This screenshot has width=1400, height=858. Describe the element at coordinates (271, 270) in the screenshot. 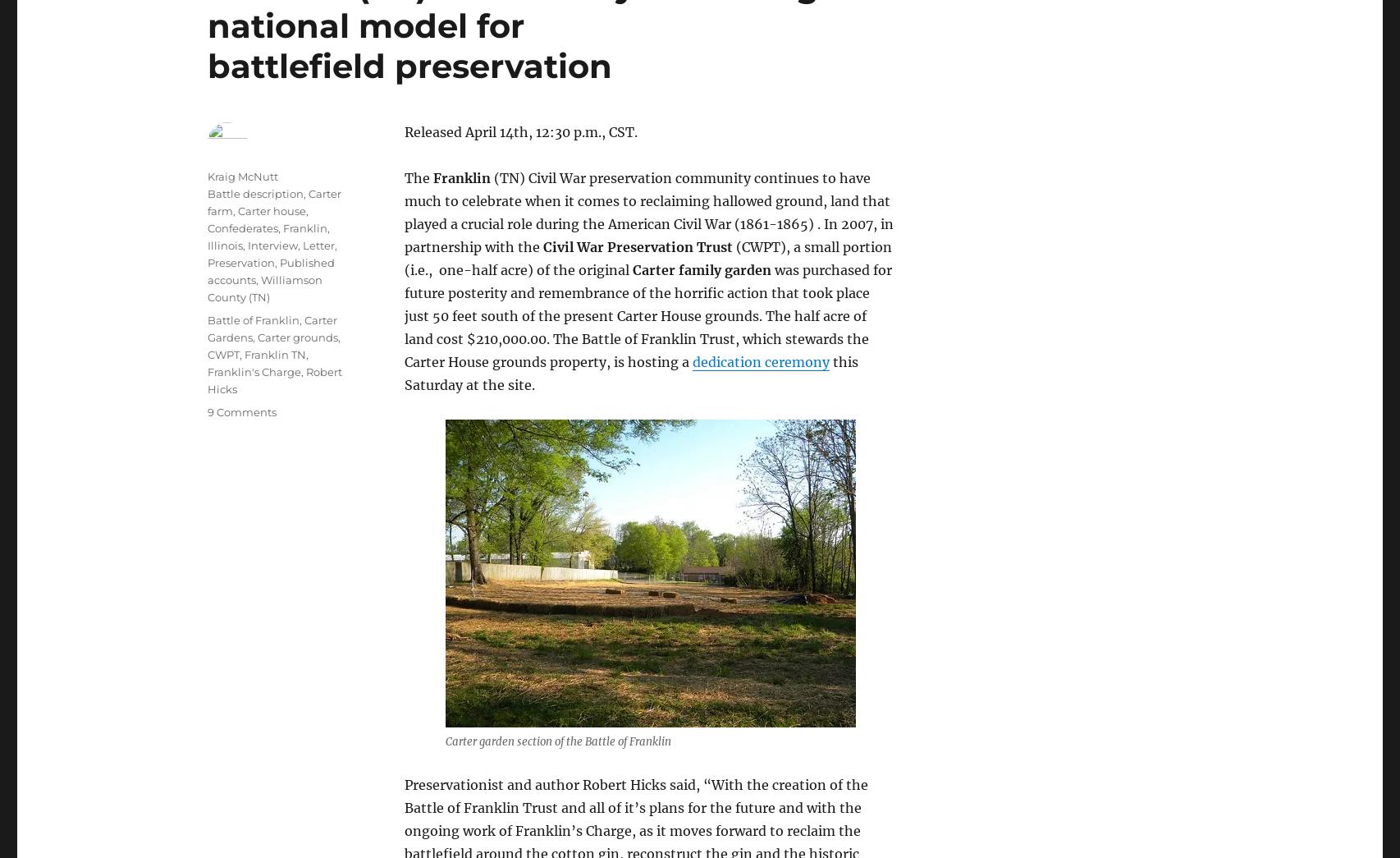

I see `'Published accounts'` at that location.